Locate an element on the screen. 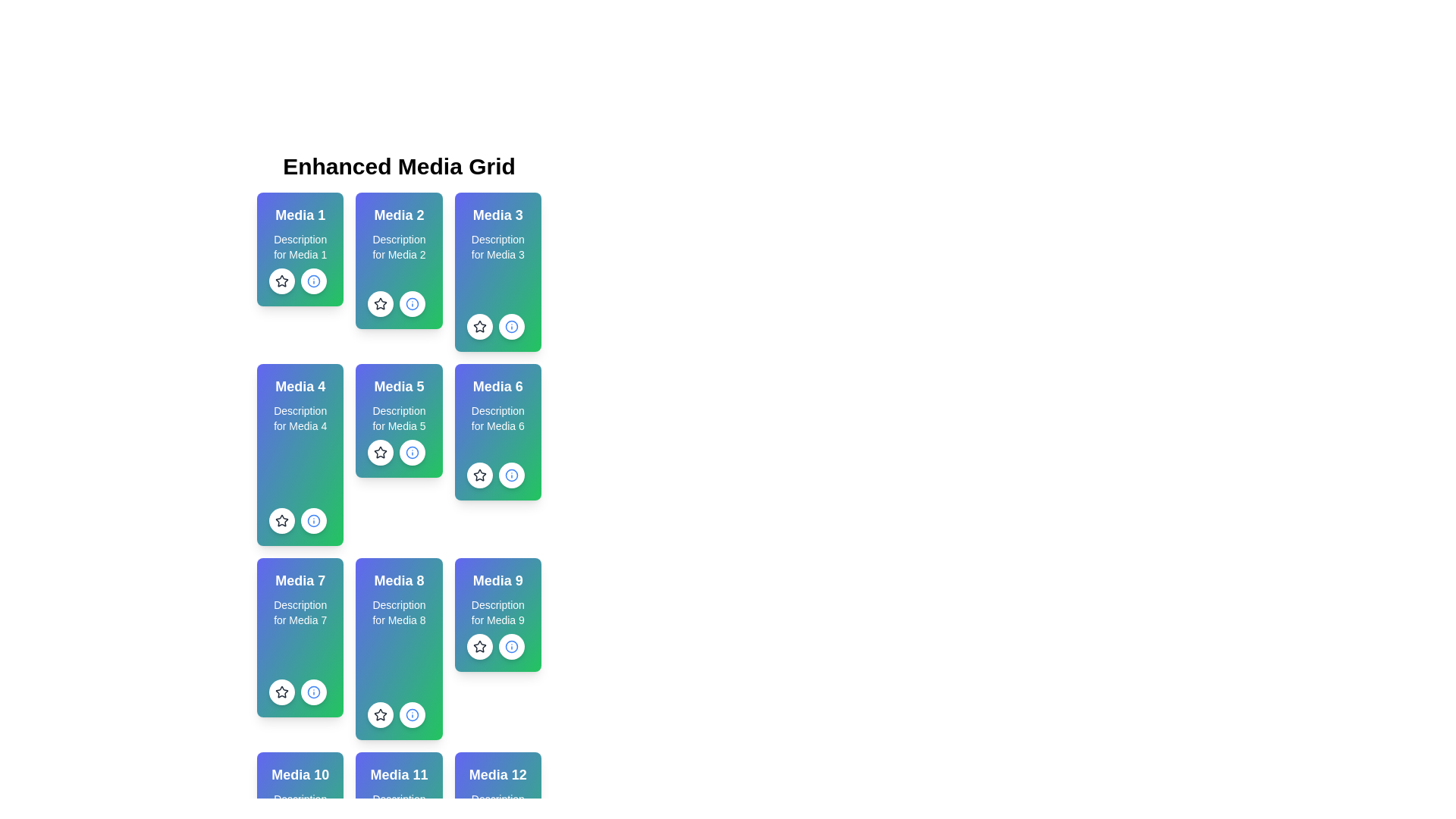 Image resolution: width=1456 pixels, height=819 pixels. the help button located at the bottom-right corner of the Media 5 card is located at coordinates (413, 452).